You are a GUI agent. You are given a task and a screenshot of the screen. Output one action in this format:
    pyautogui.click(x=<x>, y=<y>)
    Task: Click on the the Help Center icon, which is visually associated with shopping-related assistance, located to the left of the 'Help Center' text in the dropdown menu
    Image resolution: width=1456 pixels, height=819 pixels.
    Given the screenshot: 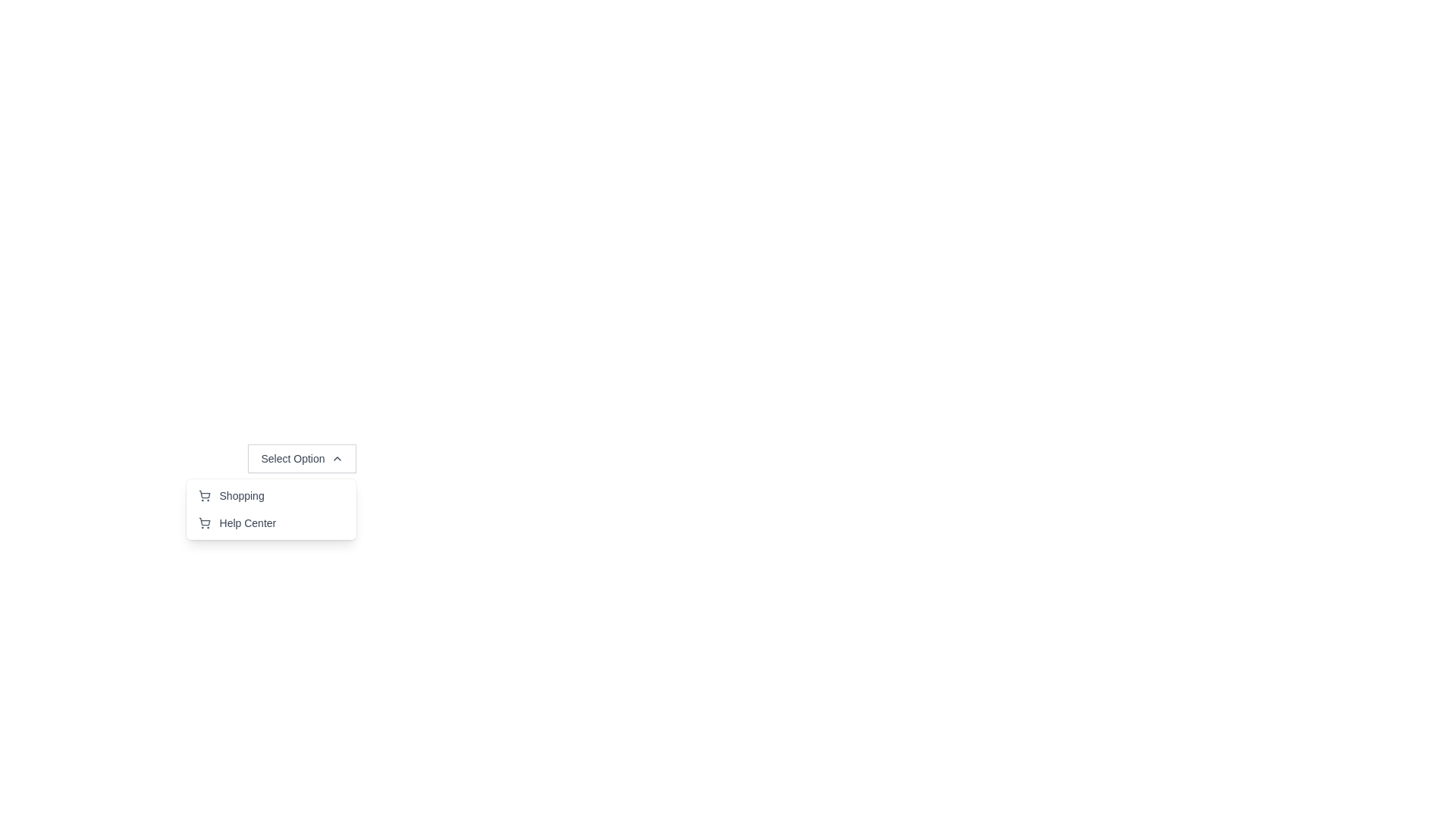 What is the action you would take?
    pyautogui.click(x=203, y=522)
    